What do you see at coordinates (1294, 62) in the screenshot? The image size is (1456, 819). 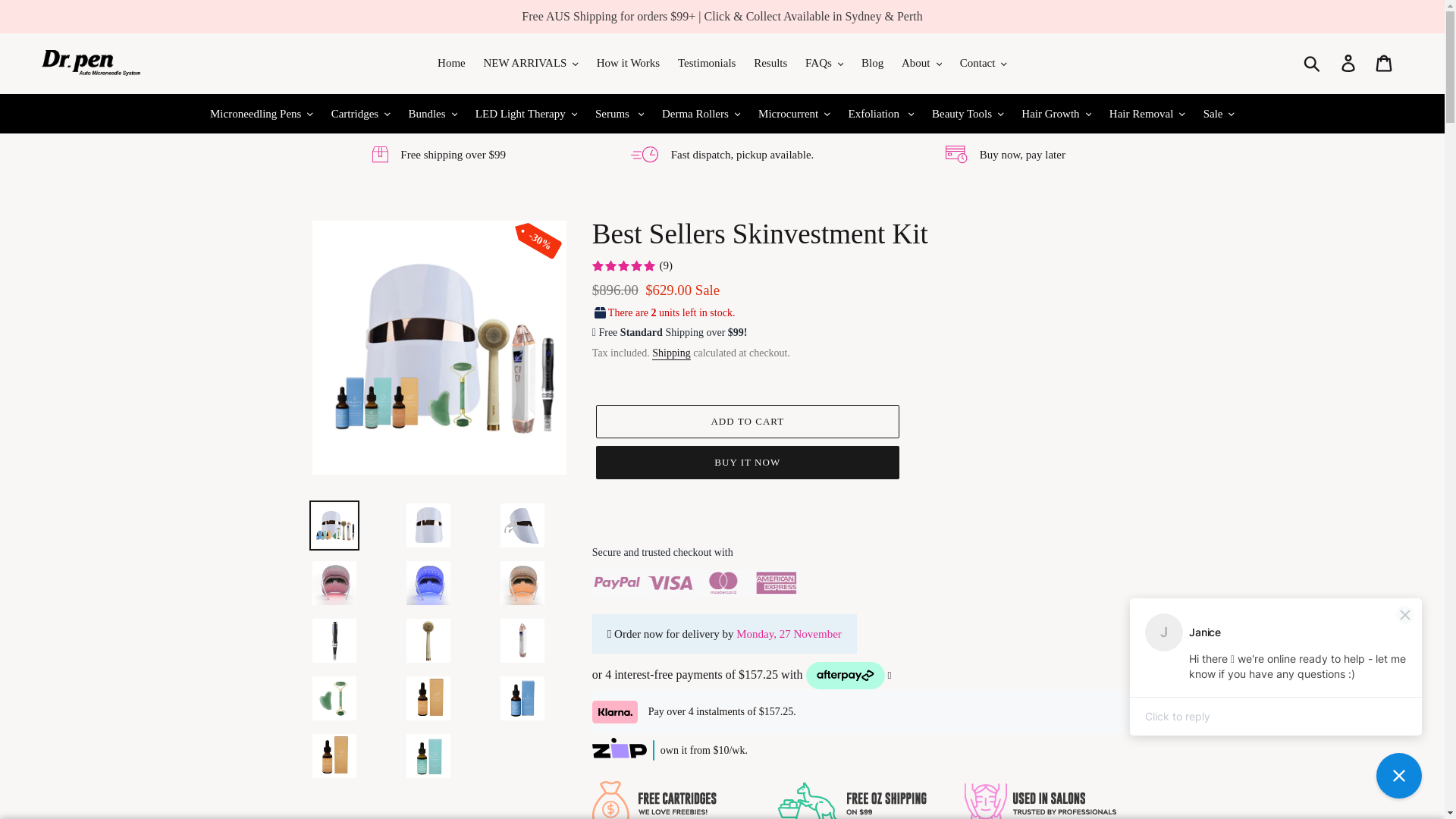 I see `'Submit'` at bounding box center [1294, 62].